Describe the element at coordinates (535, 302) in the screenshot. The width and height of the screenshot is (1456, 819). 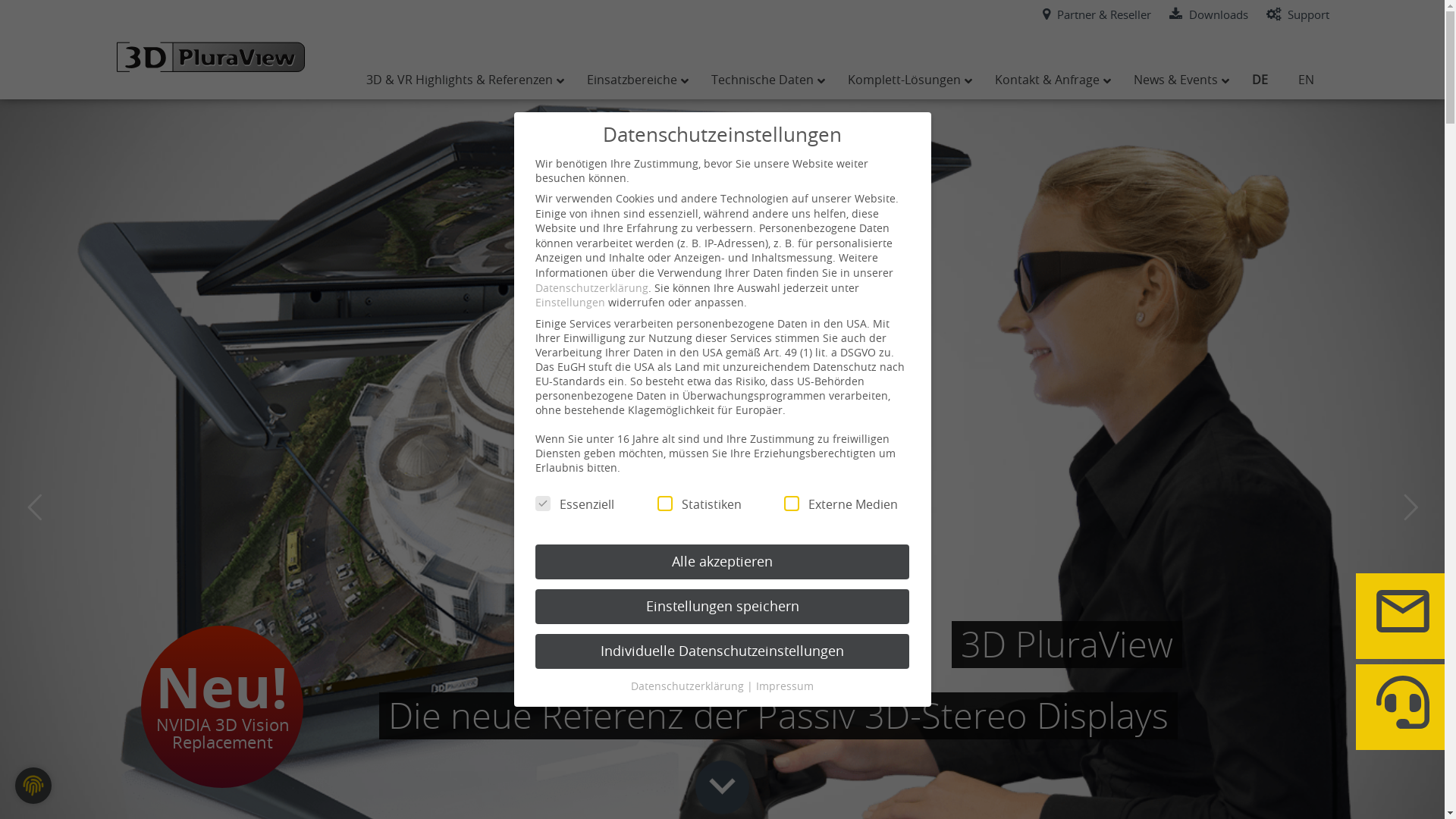
I see `'Einstellungen'` at that location.